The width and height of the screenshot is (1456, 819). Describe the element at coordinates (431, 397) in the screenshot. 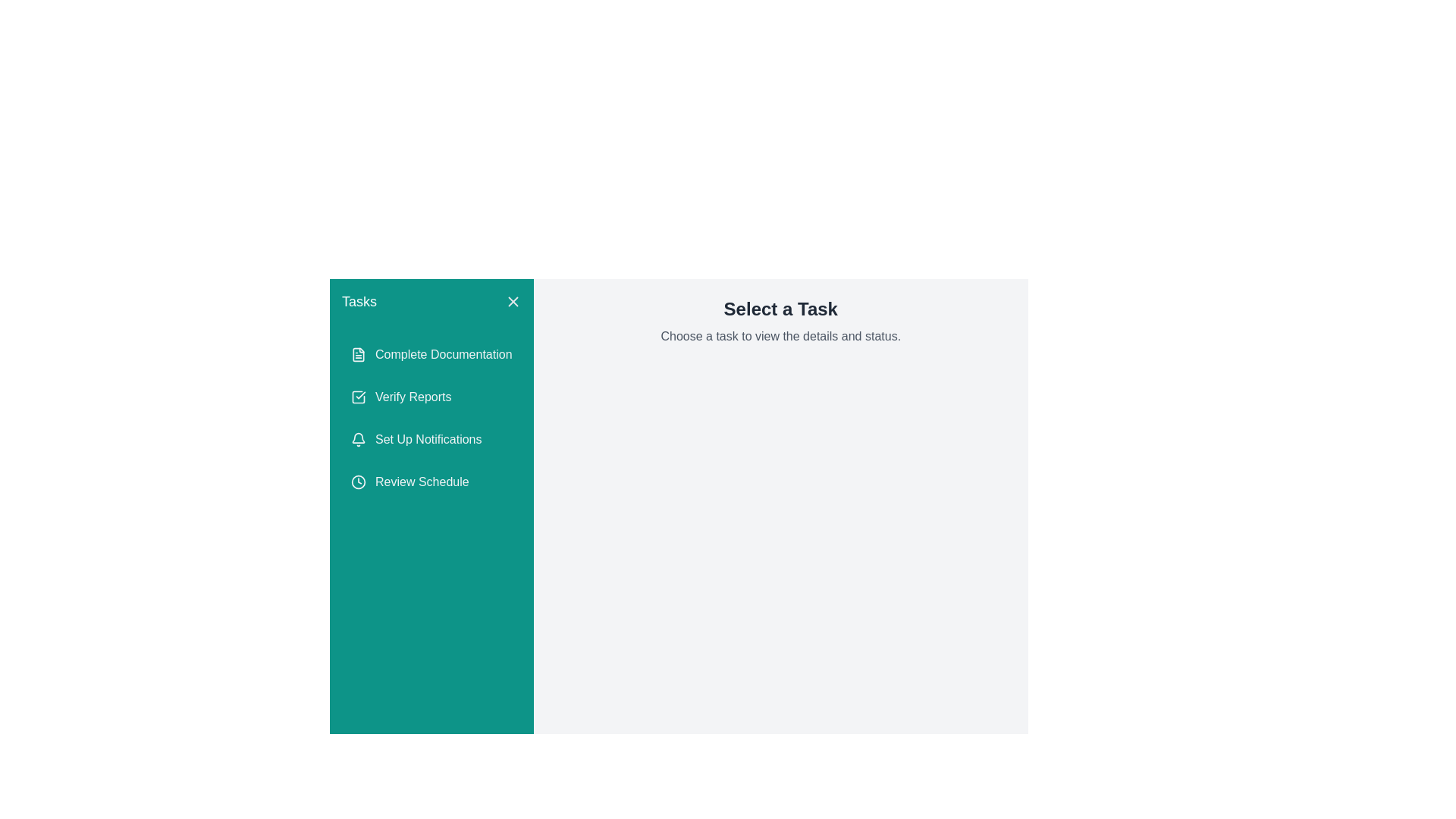

I see `the button for verifying reports located in the left-side navigation panel, positioned below the 'Complete Documentation' button and above the 'Set Up Notifications' button` at that location.